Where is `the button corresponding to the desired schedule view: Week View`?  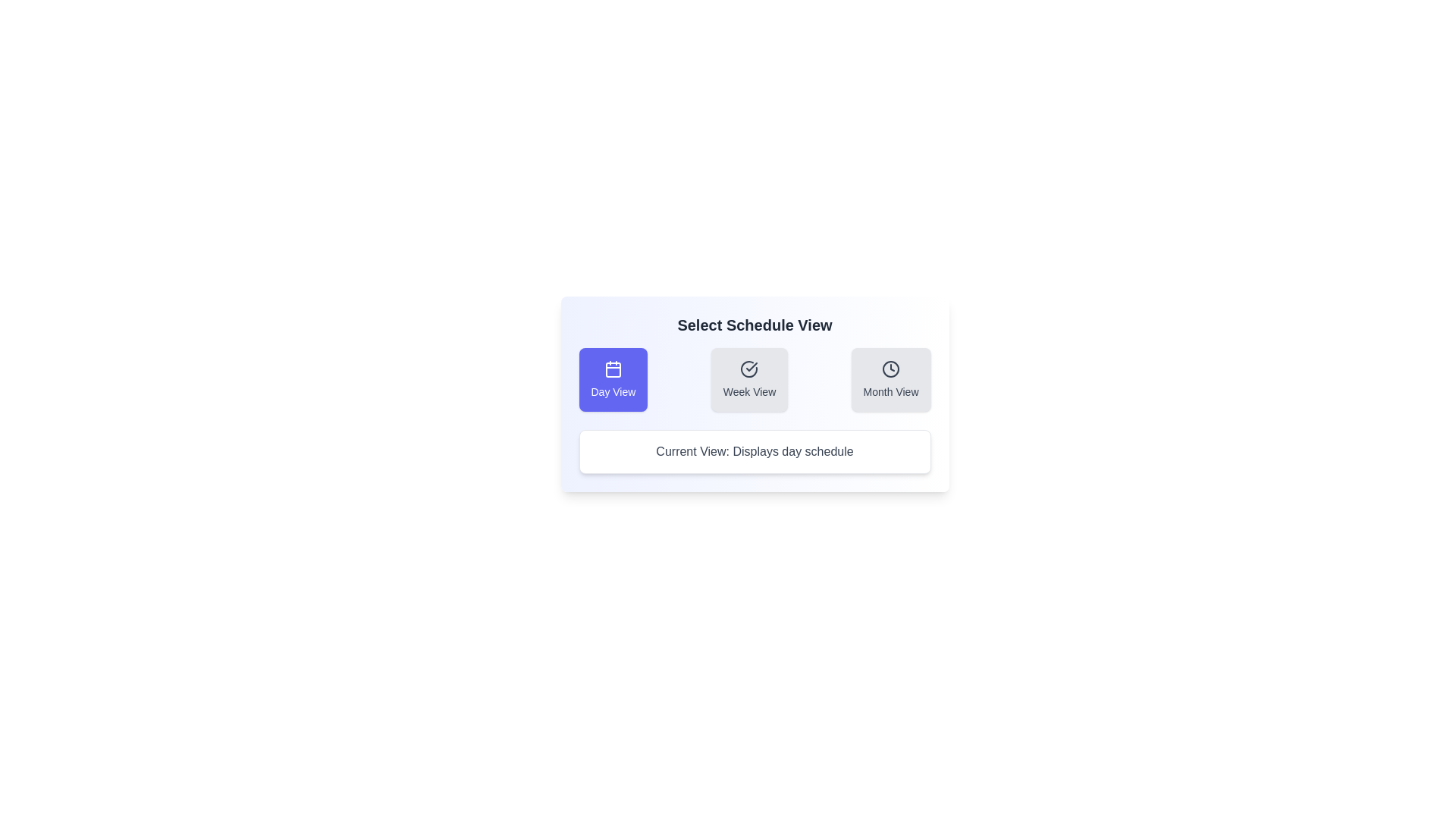 the button corresponding to the desired schedule view: Week View is located at coordinates (749, 379).